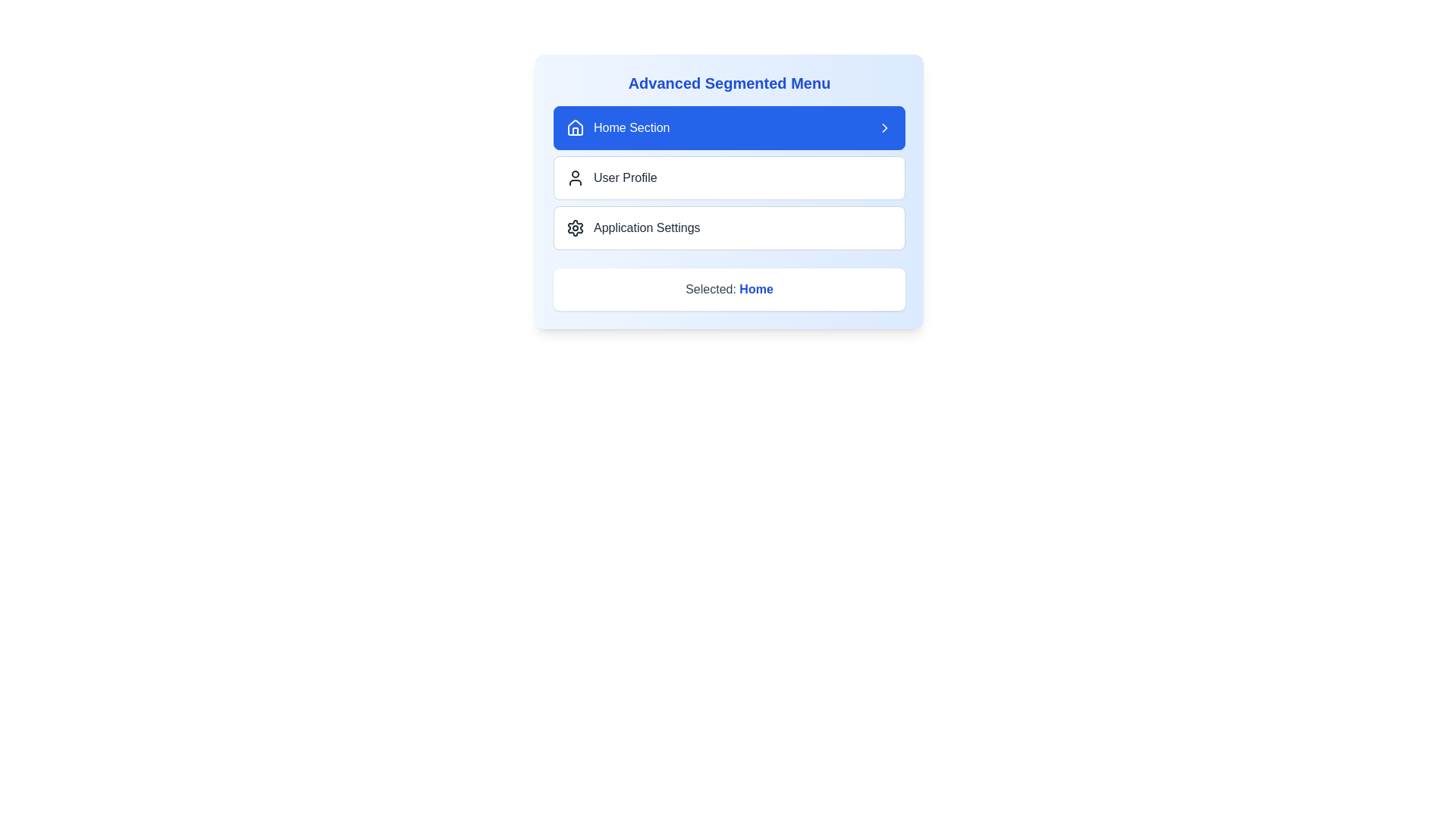 The height and width of the screenshot is (819, 1456). What do you see at coordinates (632, 127) in the screenshot?
I see `the 'Home Section' text label that indicates the currently selected section of the menu, positioned to the right of a 'house' icon in the segmented menu interface` at bounding box center [632, 127].